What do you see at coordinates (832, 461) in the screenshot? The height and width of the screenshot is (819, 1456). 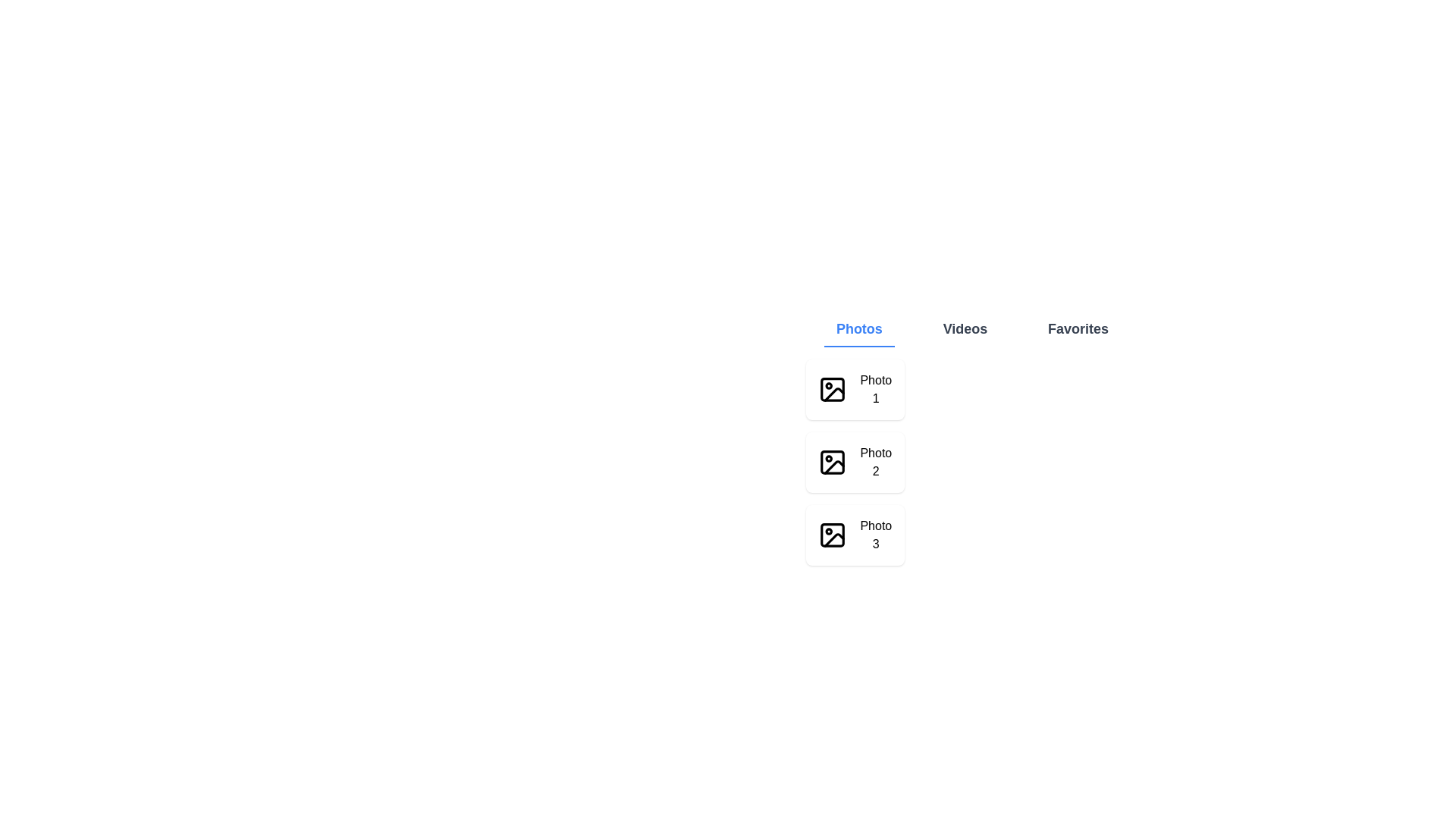 I see `the SVG rectangle icon representing a photo thumbnail located under the 'Photo 2' label in the second row of the list` at bounding box center [832, 461].